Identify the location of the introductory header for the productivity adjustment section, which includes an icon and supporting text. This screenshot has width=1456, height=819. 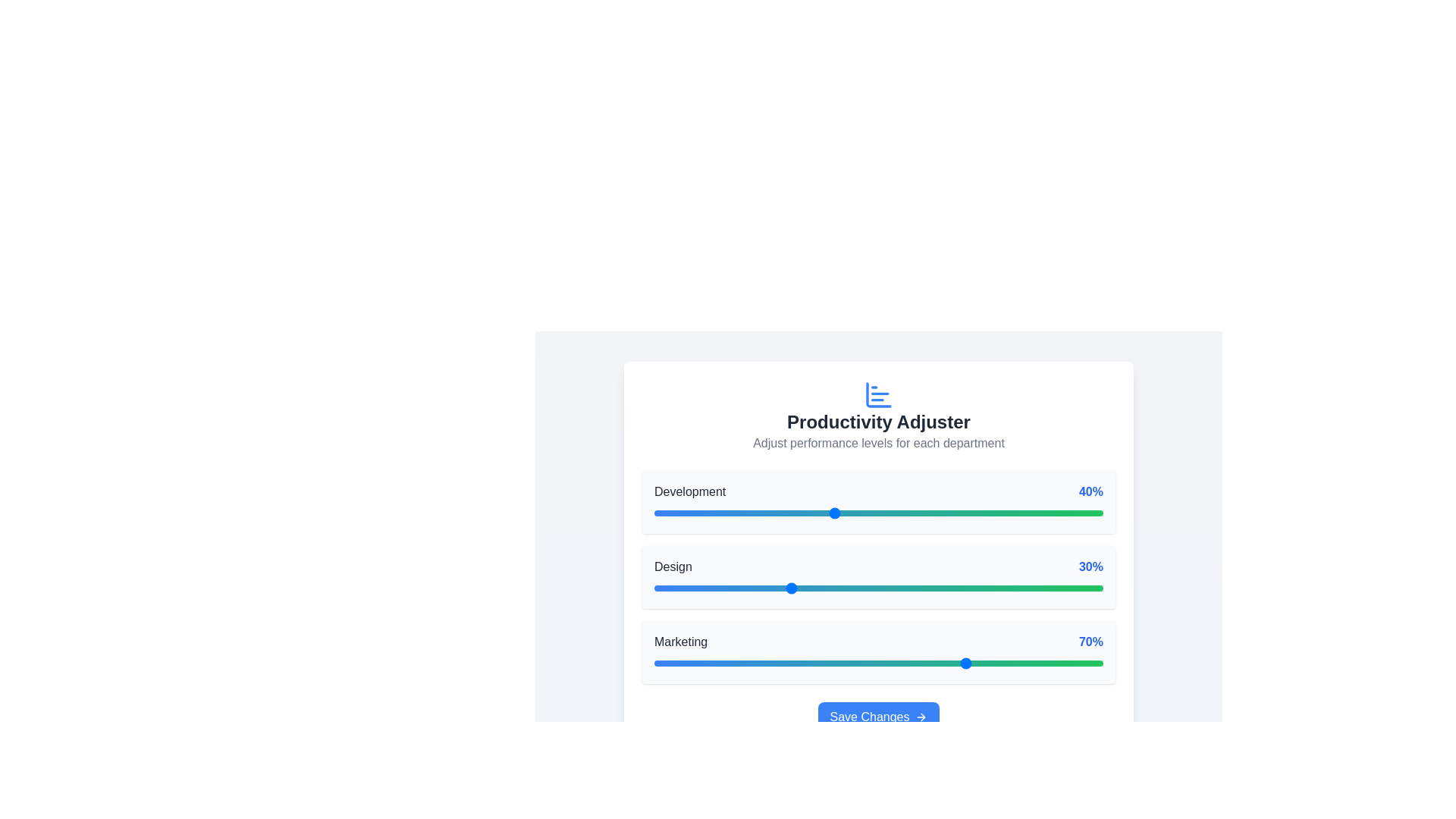
(878, 416).